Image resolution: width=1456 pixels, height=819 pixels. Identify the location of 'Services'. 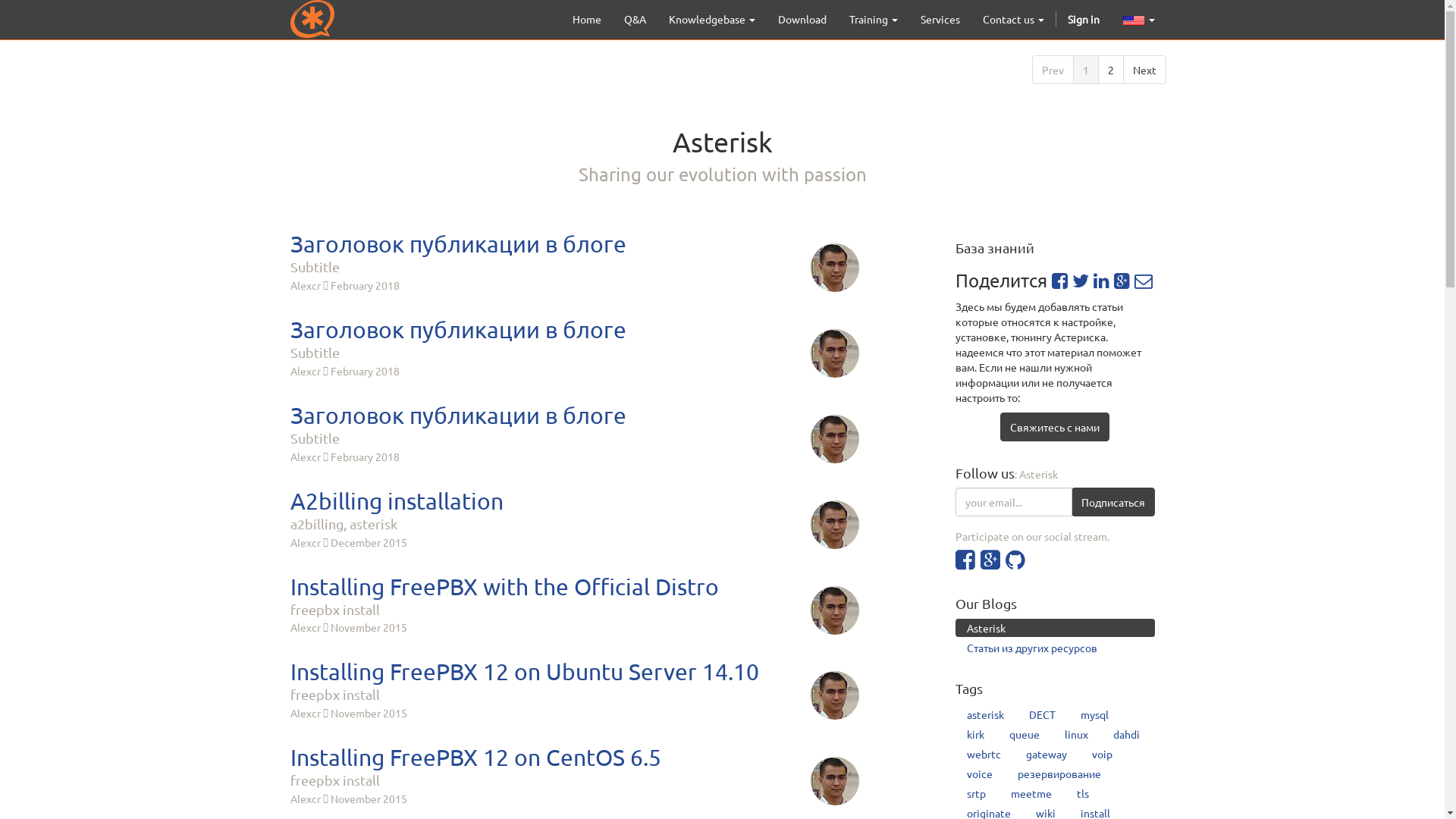
(938, 18).